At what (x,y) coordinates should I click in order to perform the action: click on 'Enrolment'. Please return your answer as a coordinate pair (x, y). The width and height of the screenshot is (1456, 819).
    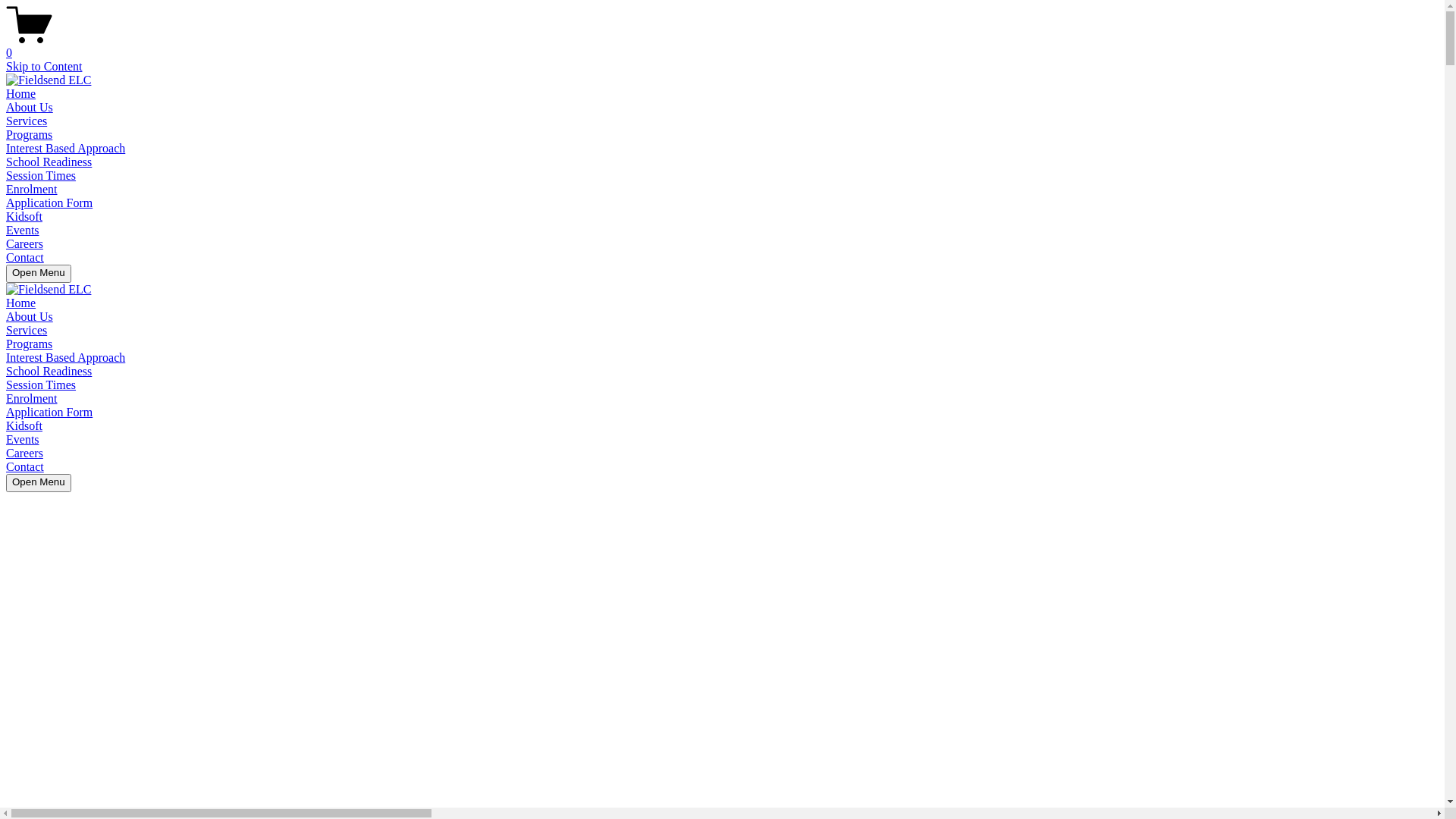
    Looking at the image, I should click on (6, 188).